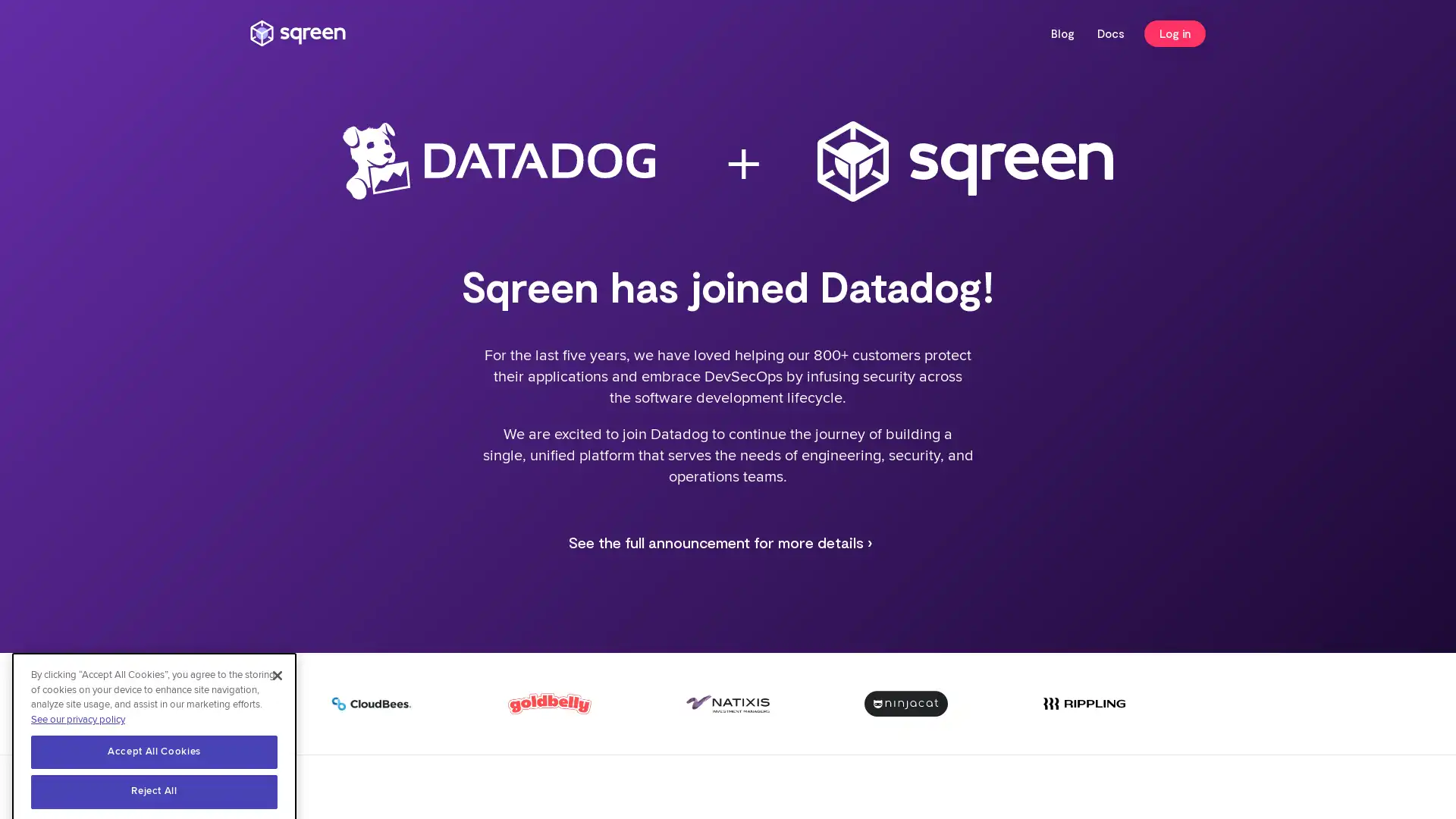 This screenshot has width=1456, height=819. I want to click on Reject All, so click(154, 762).